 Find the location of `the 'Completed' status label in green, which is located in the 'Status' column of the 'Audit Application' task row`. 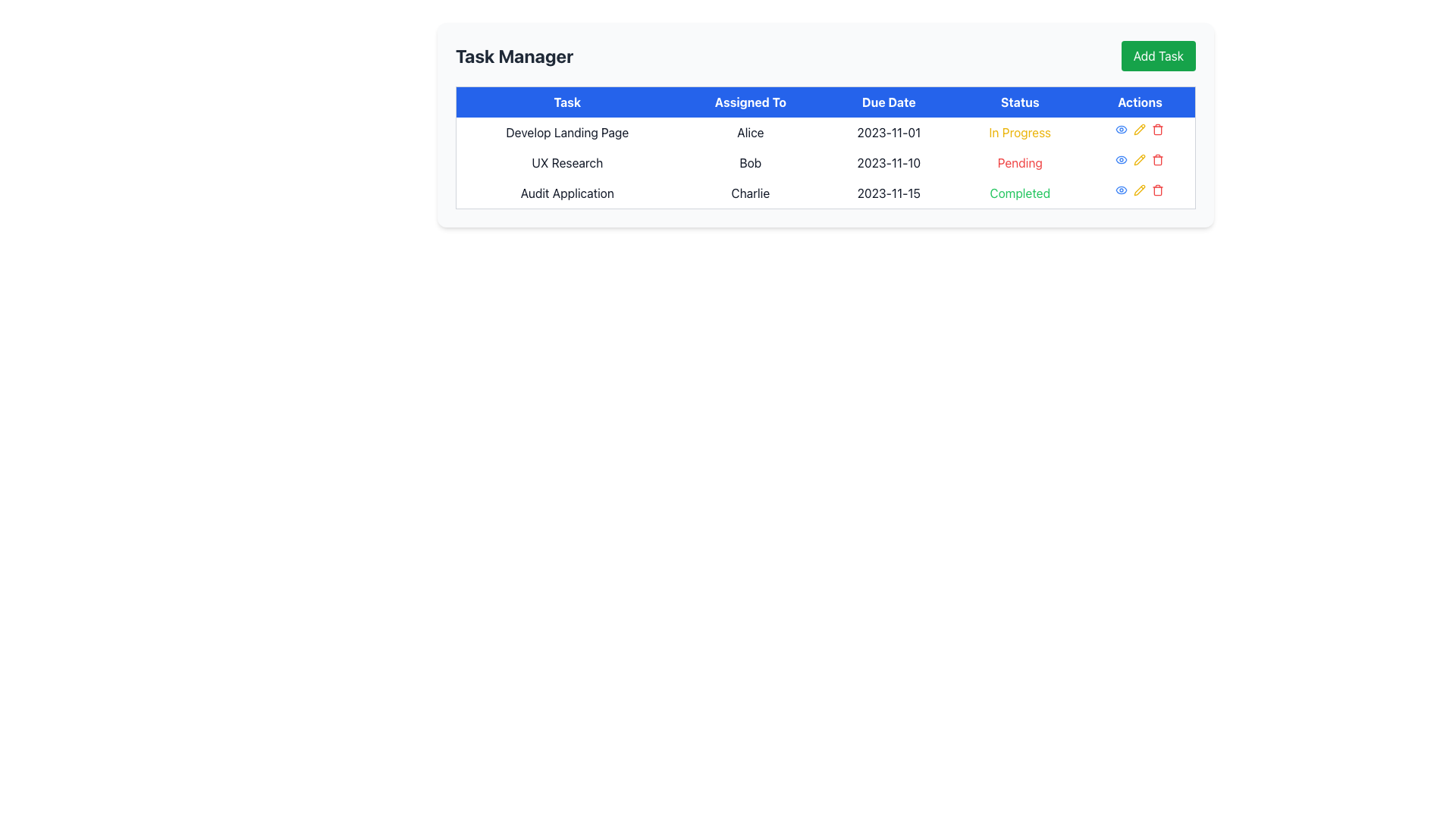

the 'Completed' status label in green, which is located in the 'Status' column of the 'Audit Application' task row is located at coordinates (1020, 193).